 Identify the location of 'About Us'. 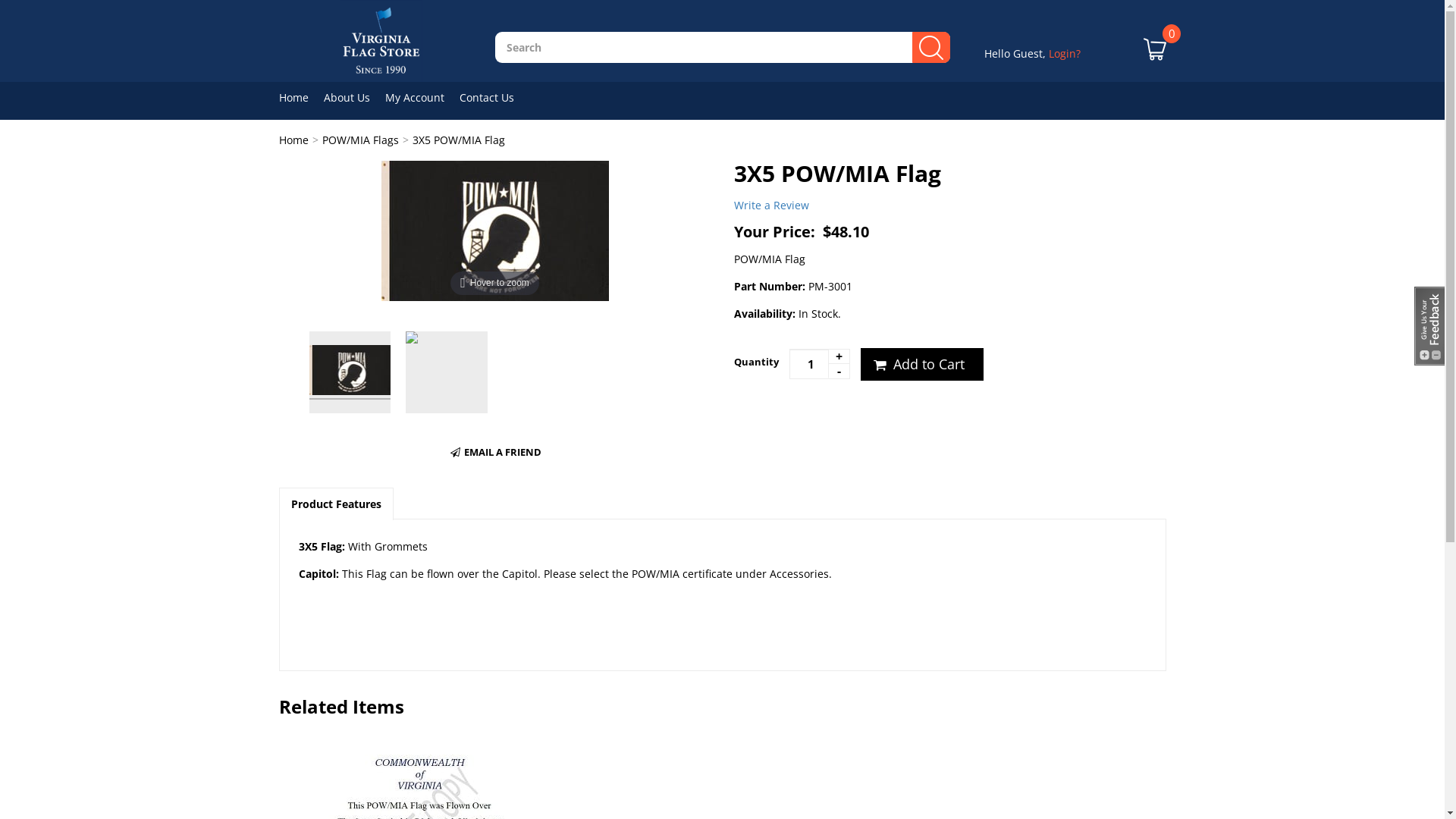
(353, 97).